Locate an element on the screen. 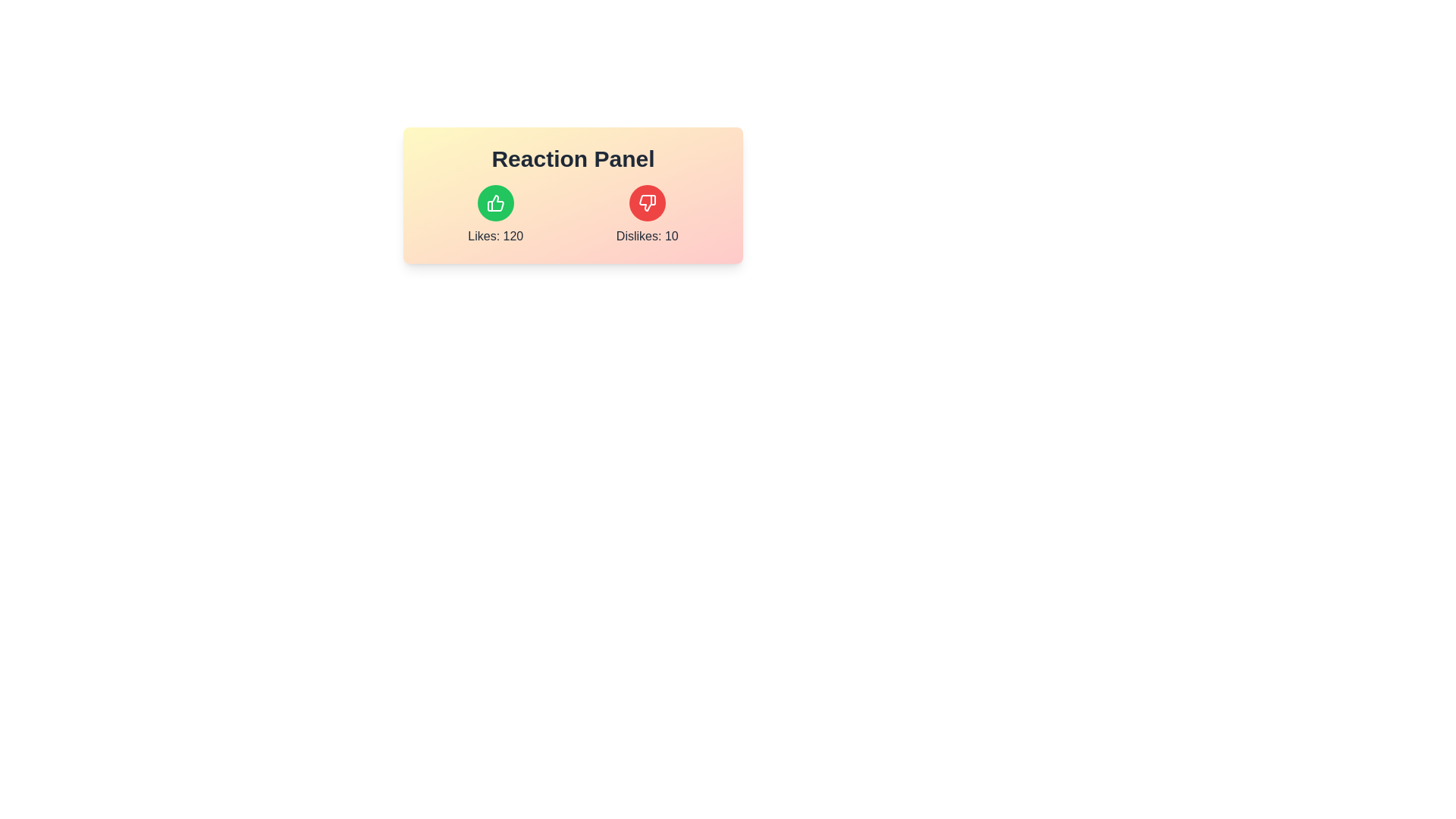 This screenshot has height=819, width=1456. the text label displaying 'Likes: 120' in bold black font, which is located below the green circular button with a thumbs-up icon in the Reaction Panel is located at coordinates (495, 237).